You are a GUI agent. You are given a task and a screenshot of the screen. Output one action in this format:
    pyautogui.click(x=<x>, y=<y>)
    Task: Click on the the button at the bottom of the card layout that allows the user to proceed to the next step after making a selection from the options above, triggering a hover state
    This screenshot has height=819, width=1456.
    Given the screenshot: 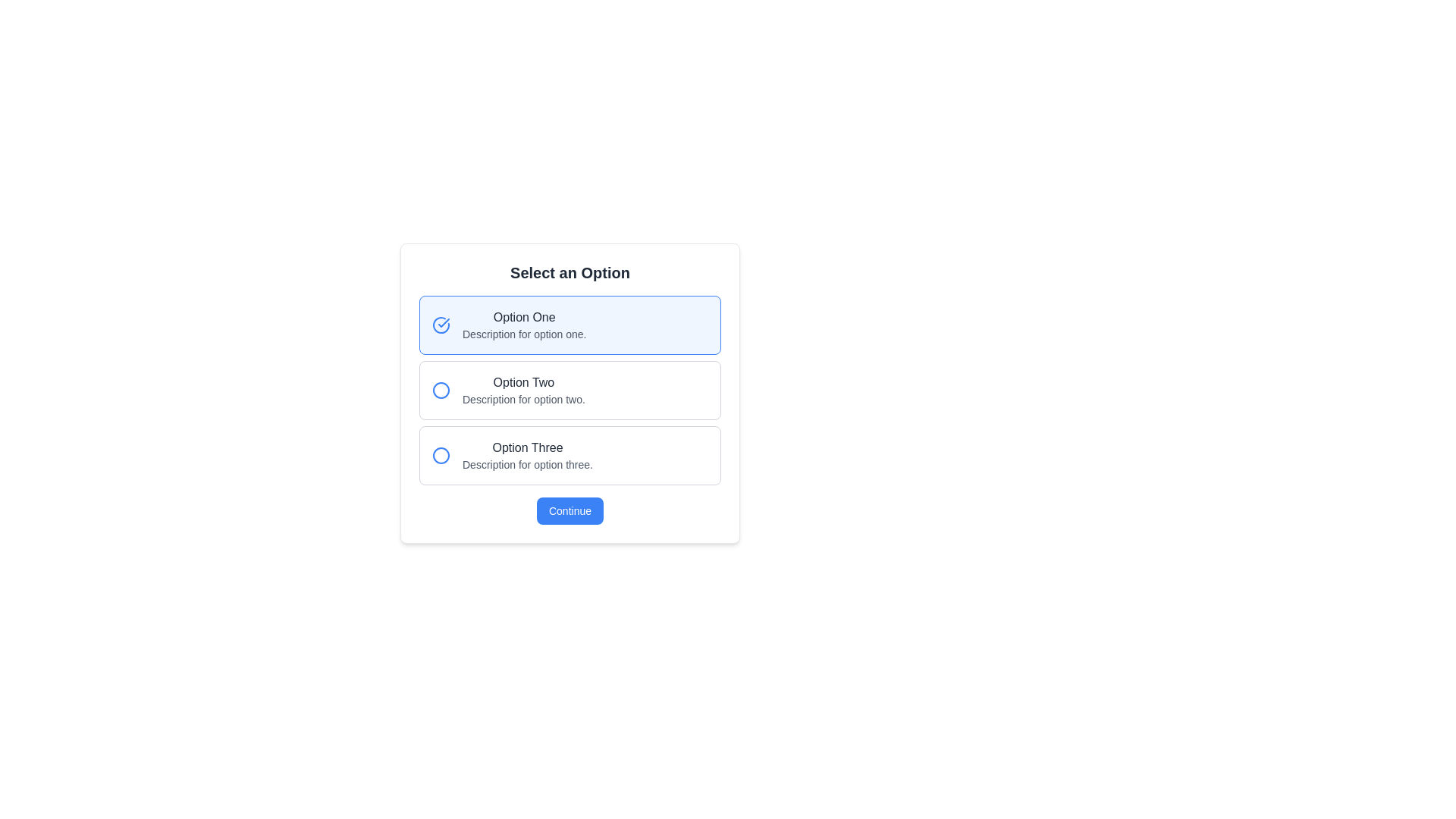 What is the action you would take?
    pyautogui.click(x=570, y=511)
    